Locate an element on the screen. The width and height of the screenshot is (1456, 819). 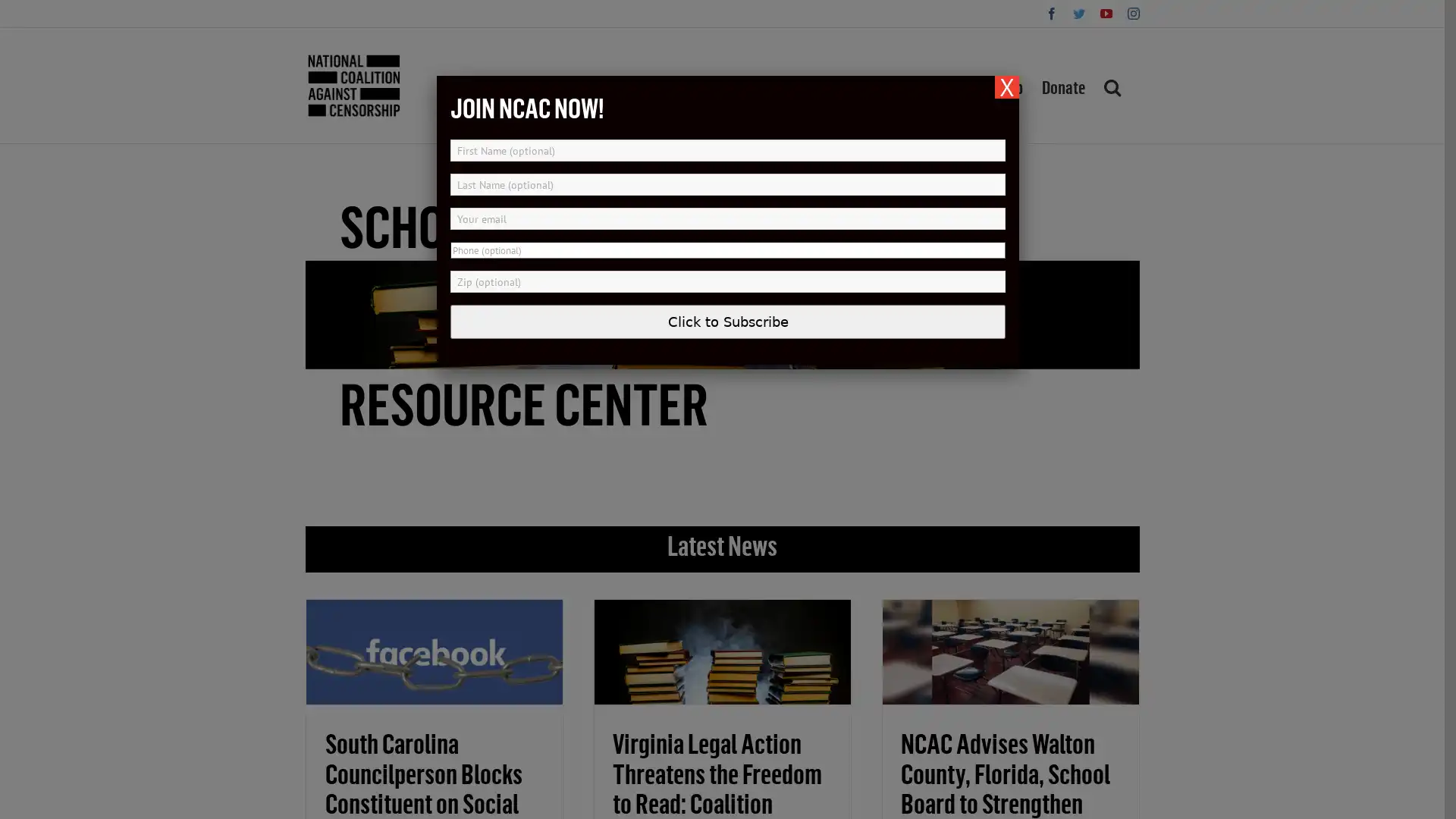
Search is located at coordinates (1111, 85).